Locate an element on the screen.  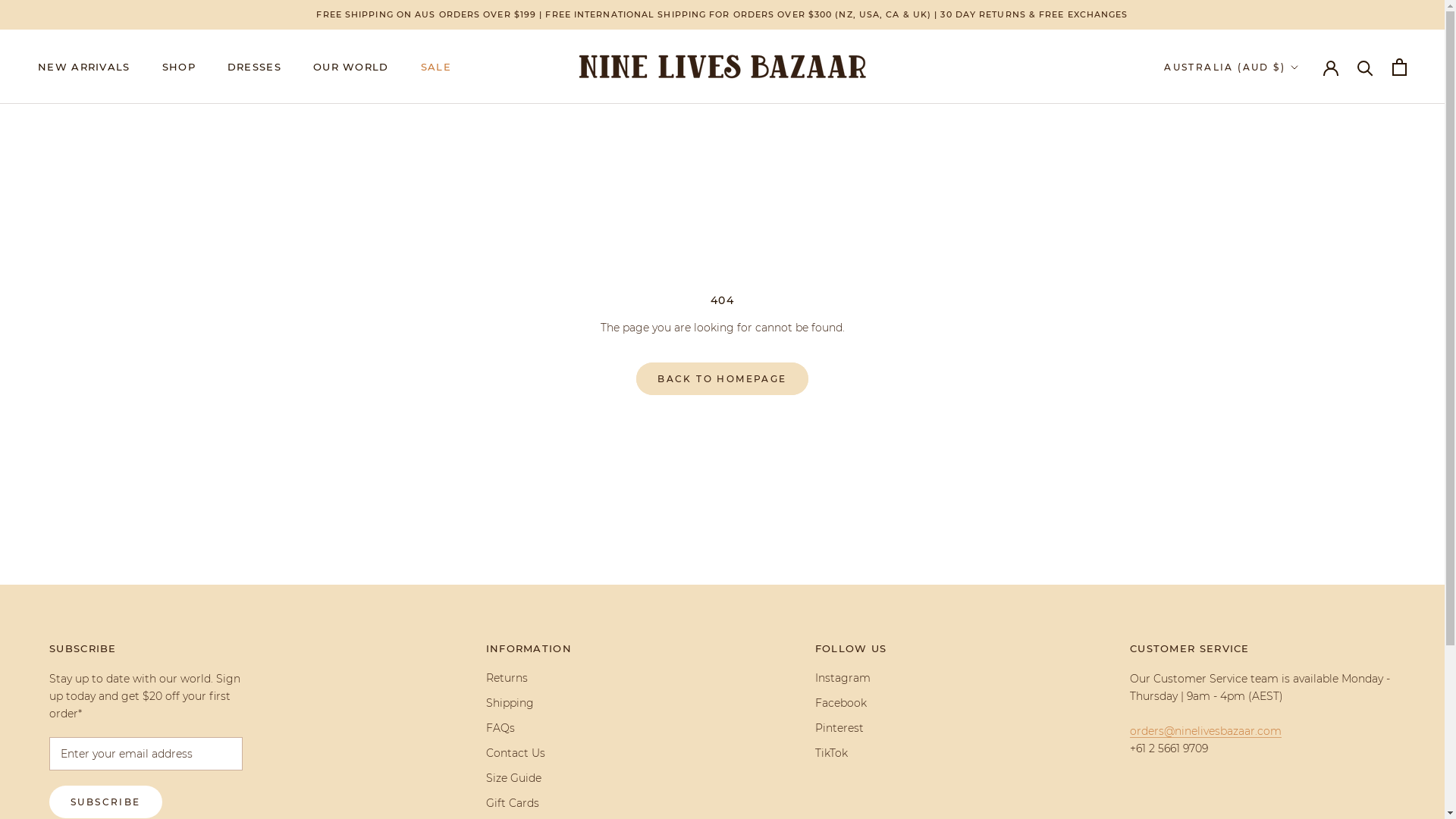
'DRESSES is located at coordinates (254, 66).